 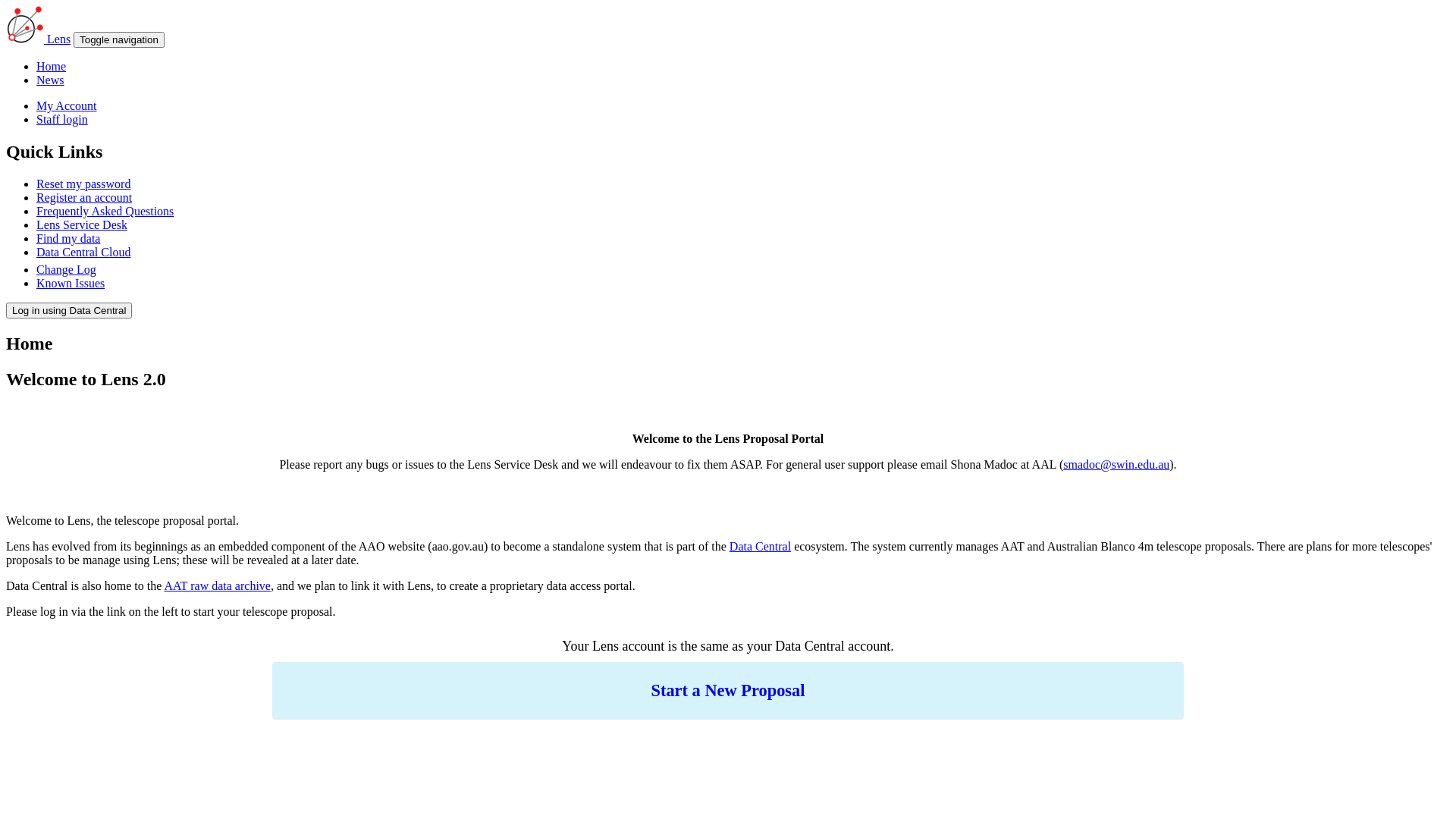 What do you see at coordinates (80, 224) in the screenshot?
I see `'Lens Service Desk'` at bounding box center [80, 224].